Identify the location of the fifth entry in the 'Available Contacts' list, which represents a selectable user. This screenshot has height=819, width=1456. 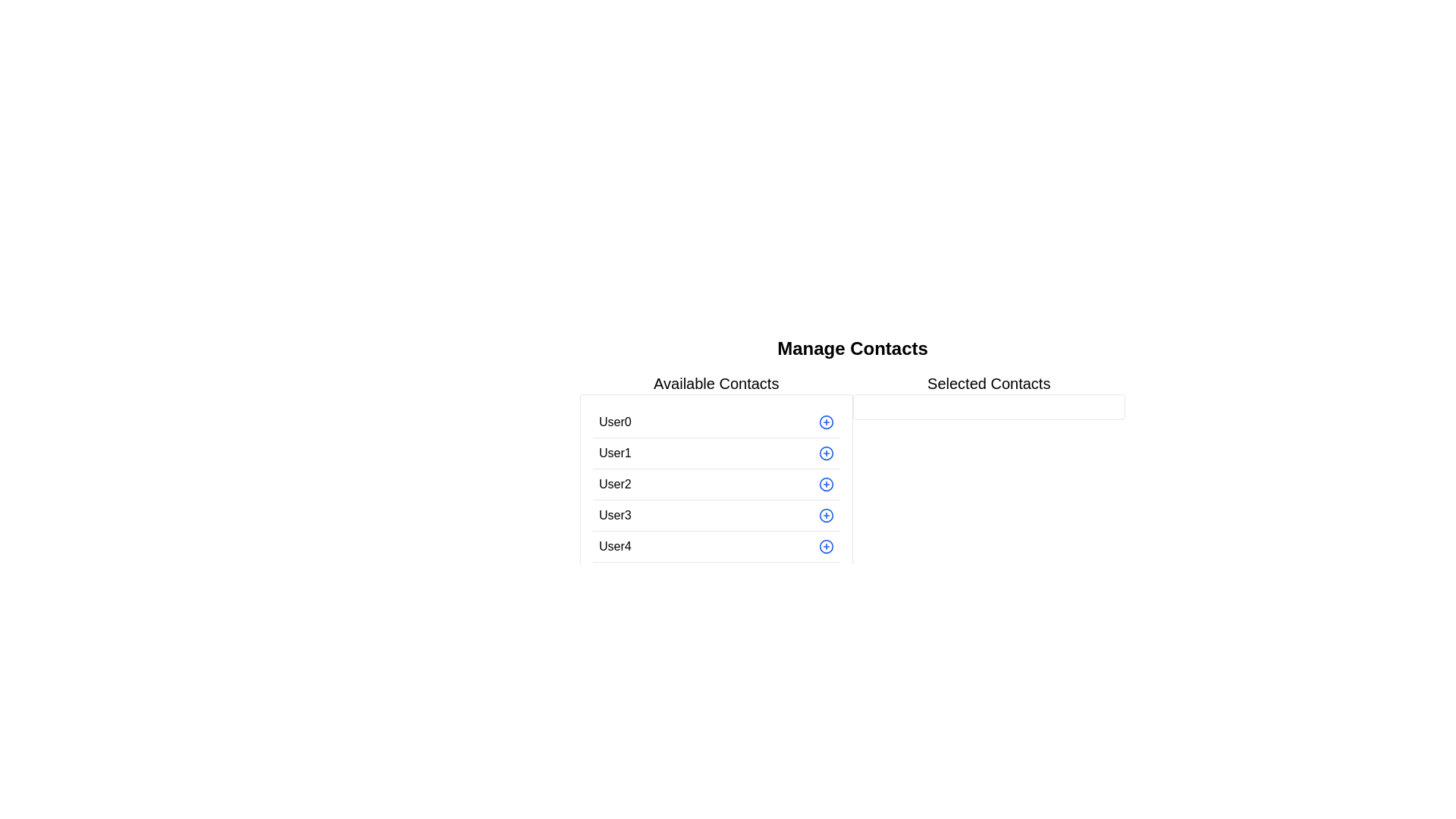
(715, 552).